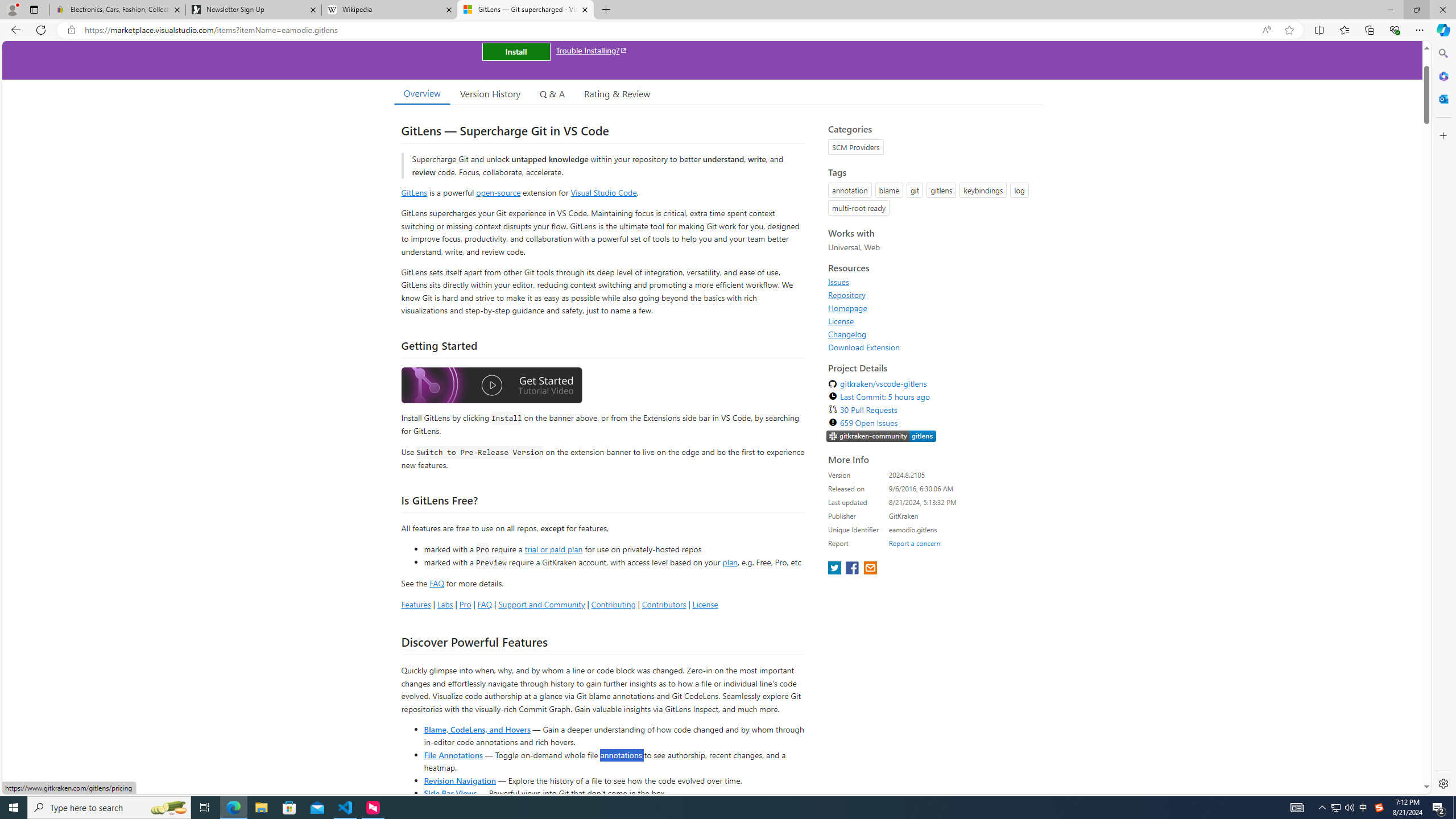 This screenshot has width=1456, height=819. Describe the element at coordinates (869, 568) in the screenshot. I see `'share extension on email'` at that location.